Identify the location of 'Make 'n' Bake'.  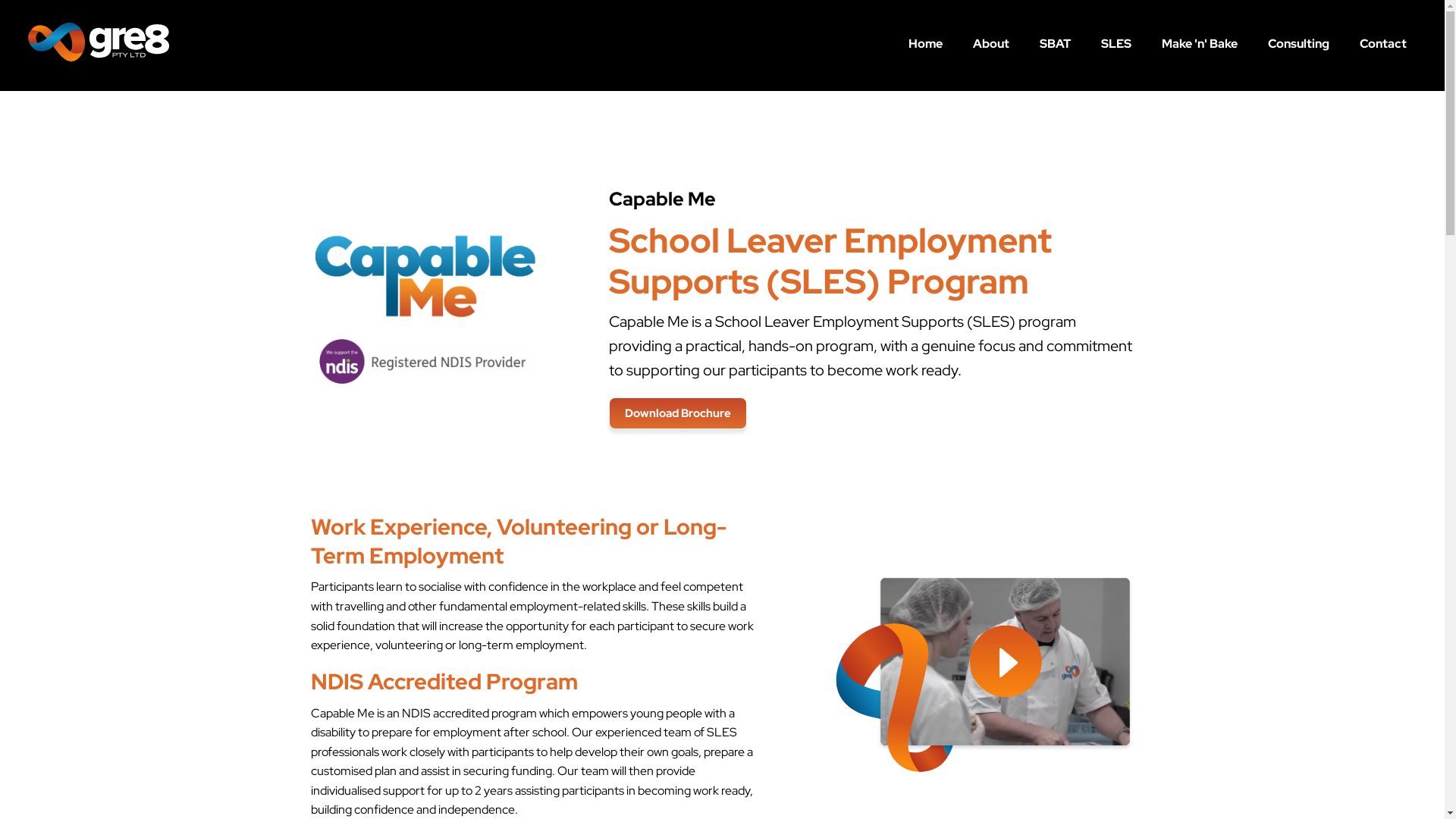
(1199, 42).